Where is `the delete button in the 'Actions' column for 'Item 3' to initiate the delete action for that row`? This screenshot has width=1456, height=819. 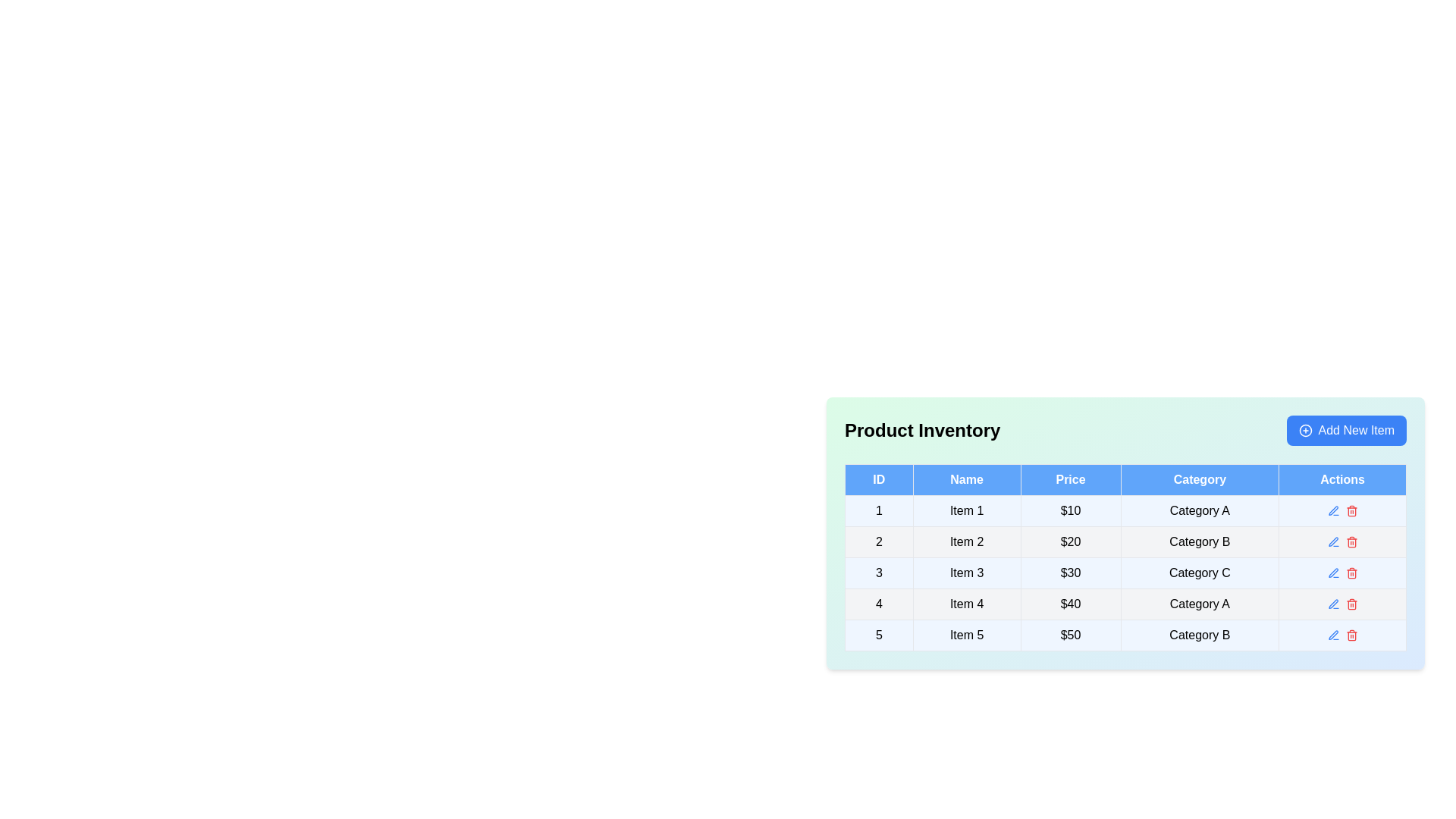 the delete button in the 'Actions' column for 'Item 3' to initiate the delete action for that row is located at coordinates (1351, 573).